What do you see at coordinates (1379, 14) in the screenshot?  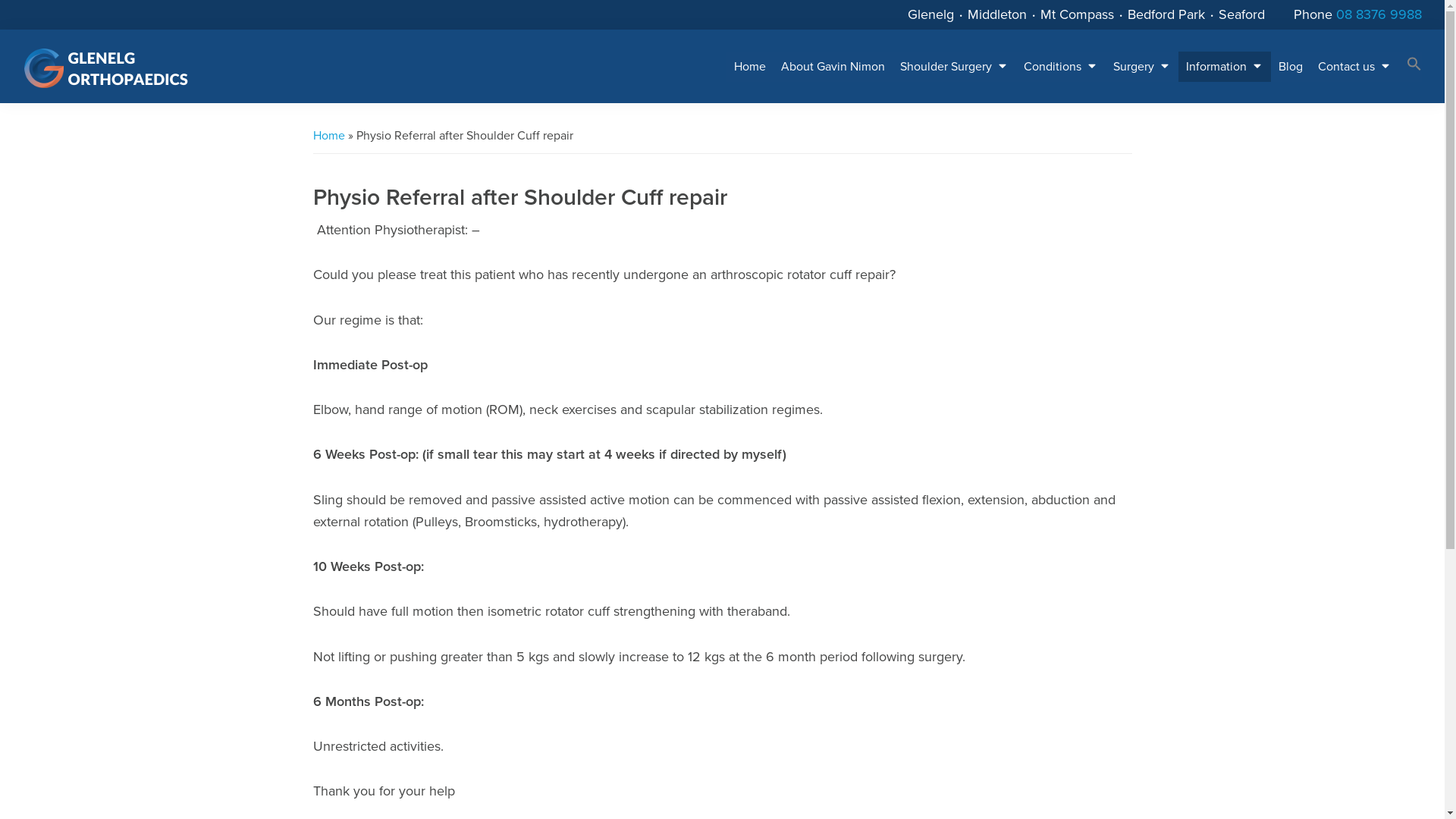 I see `'08 8376 9988'` at bounding box center [1379, 14].